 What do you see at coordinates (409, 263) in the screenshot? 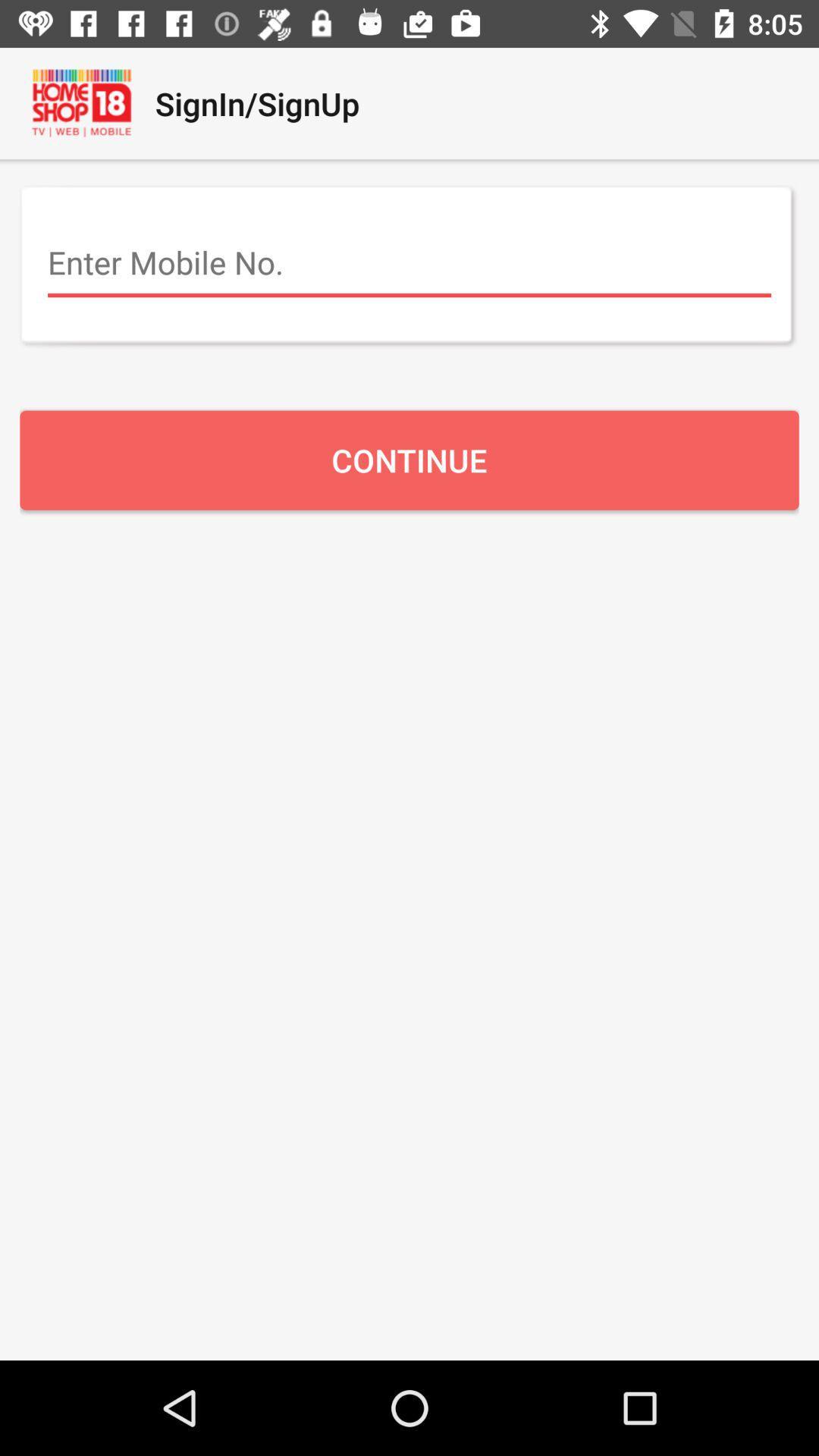
I see `icon above continue icon` at bounding box center [409, 263].